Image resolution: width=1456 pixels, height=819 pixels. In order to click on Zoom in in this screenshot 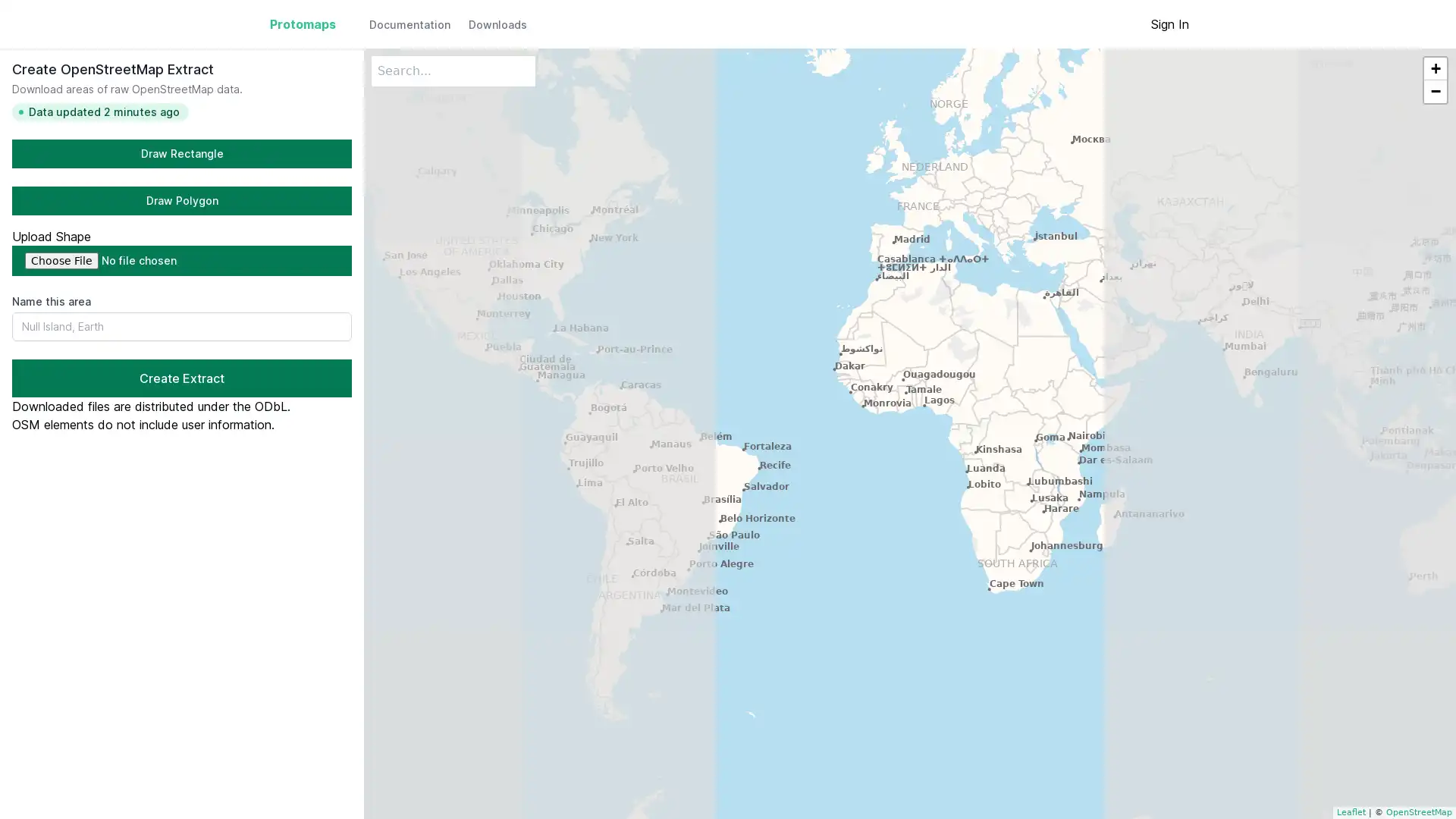, I will do `click(1434, 69)`.